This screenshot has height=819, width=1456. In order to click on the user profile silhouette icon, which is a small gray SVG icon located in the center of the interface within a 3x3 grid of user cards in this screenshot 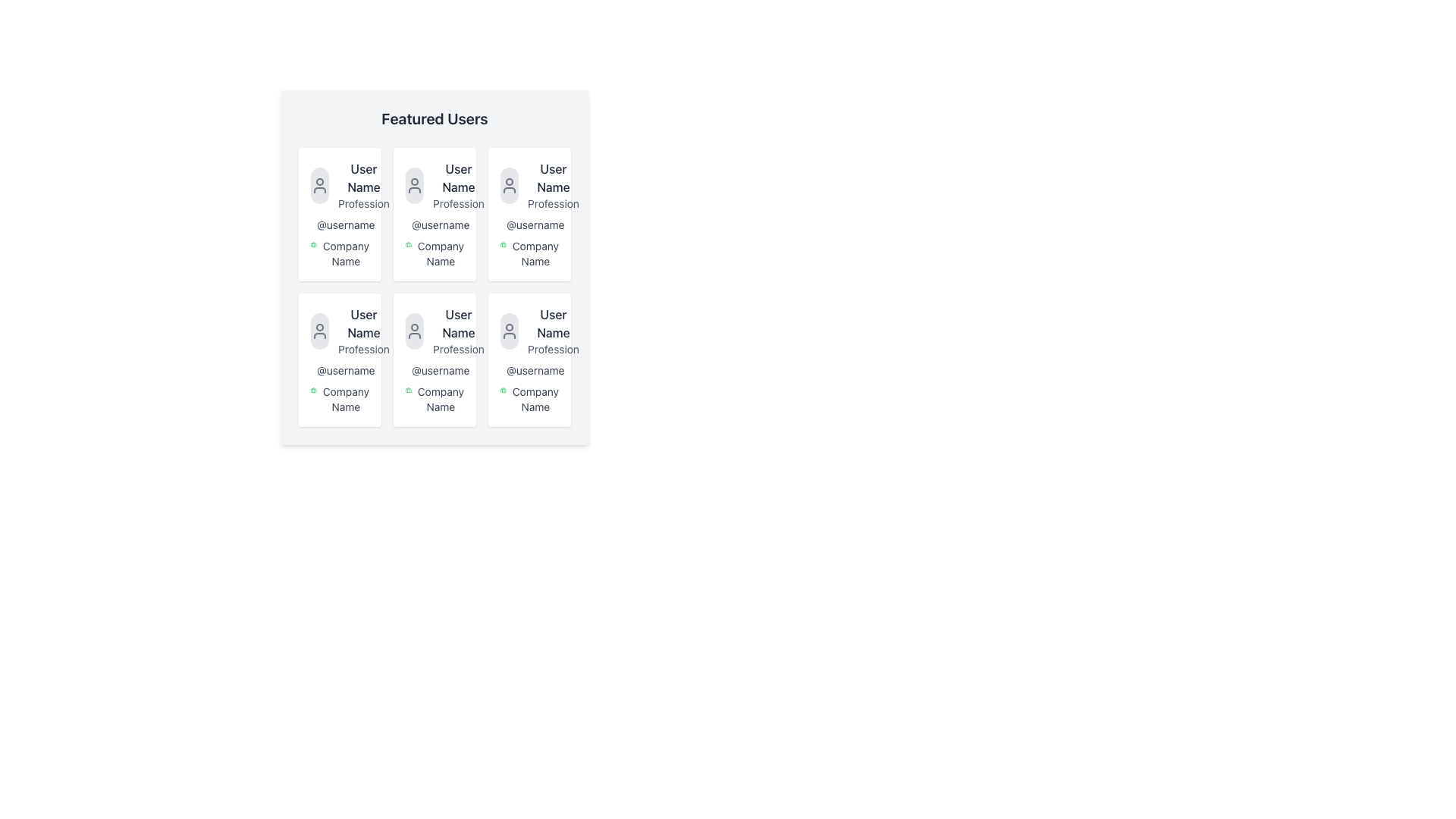, I will do `click(415, 330)`.